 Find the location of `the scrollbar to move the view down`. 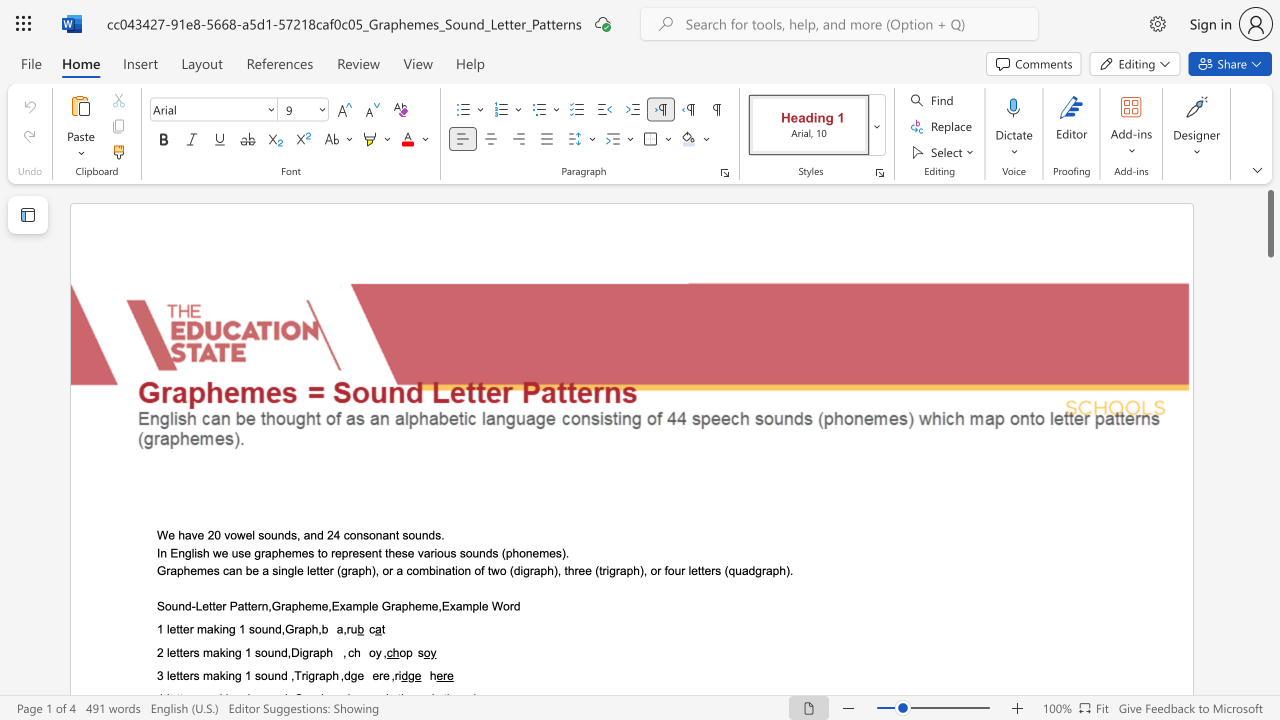

the scrollbar to move the view down is located at coordinates (1269, 588).